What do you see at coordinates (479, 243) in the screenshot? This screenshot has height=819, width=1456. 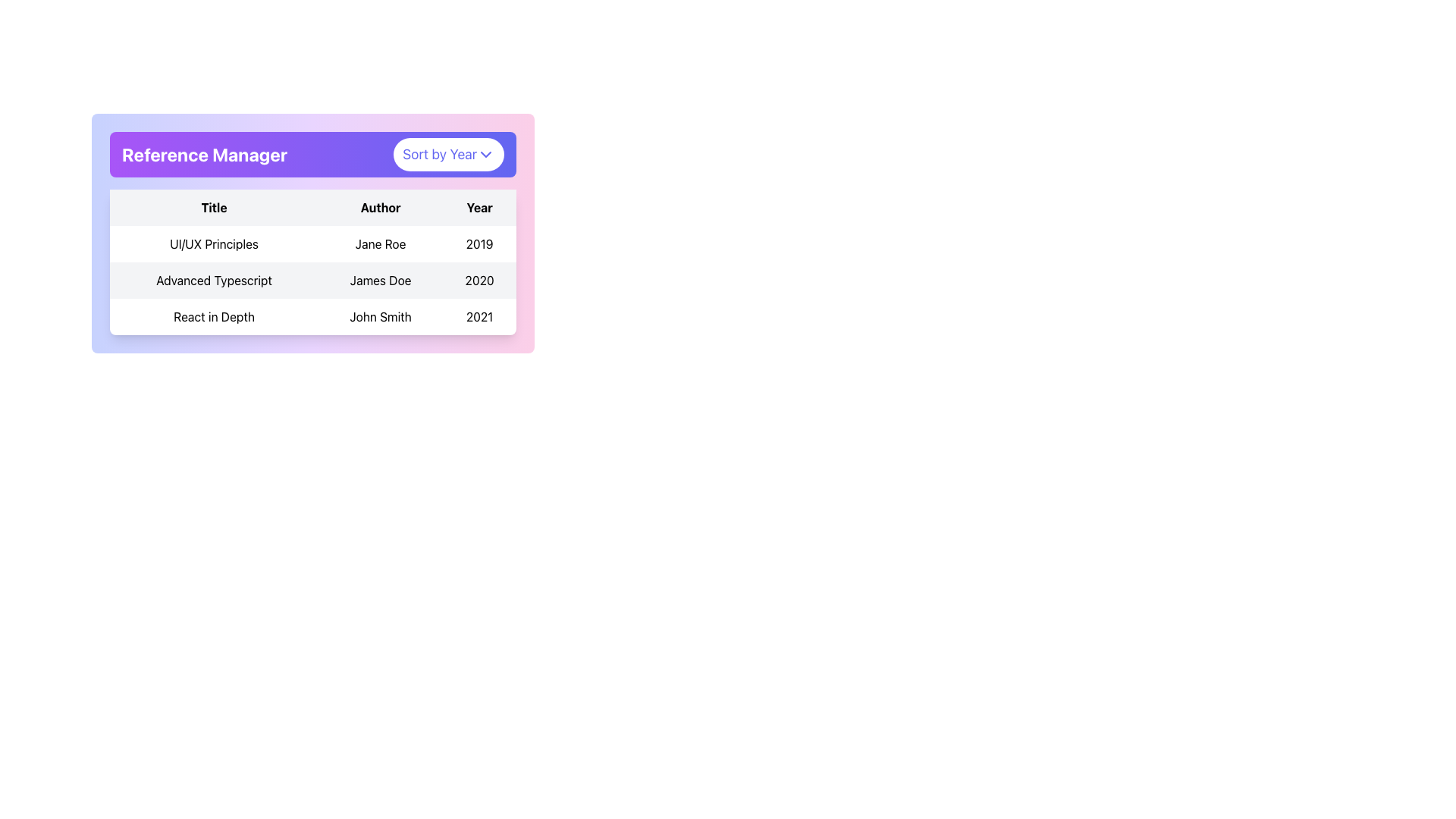 I see `displayed text '2019' from the 'Year' column of the 'UI/UX Principles' row in the table` at bounding box center [479, 243].